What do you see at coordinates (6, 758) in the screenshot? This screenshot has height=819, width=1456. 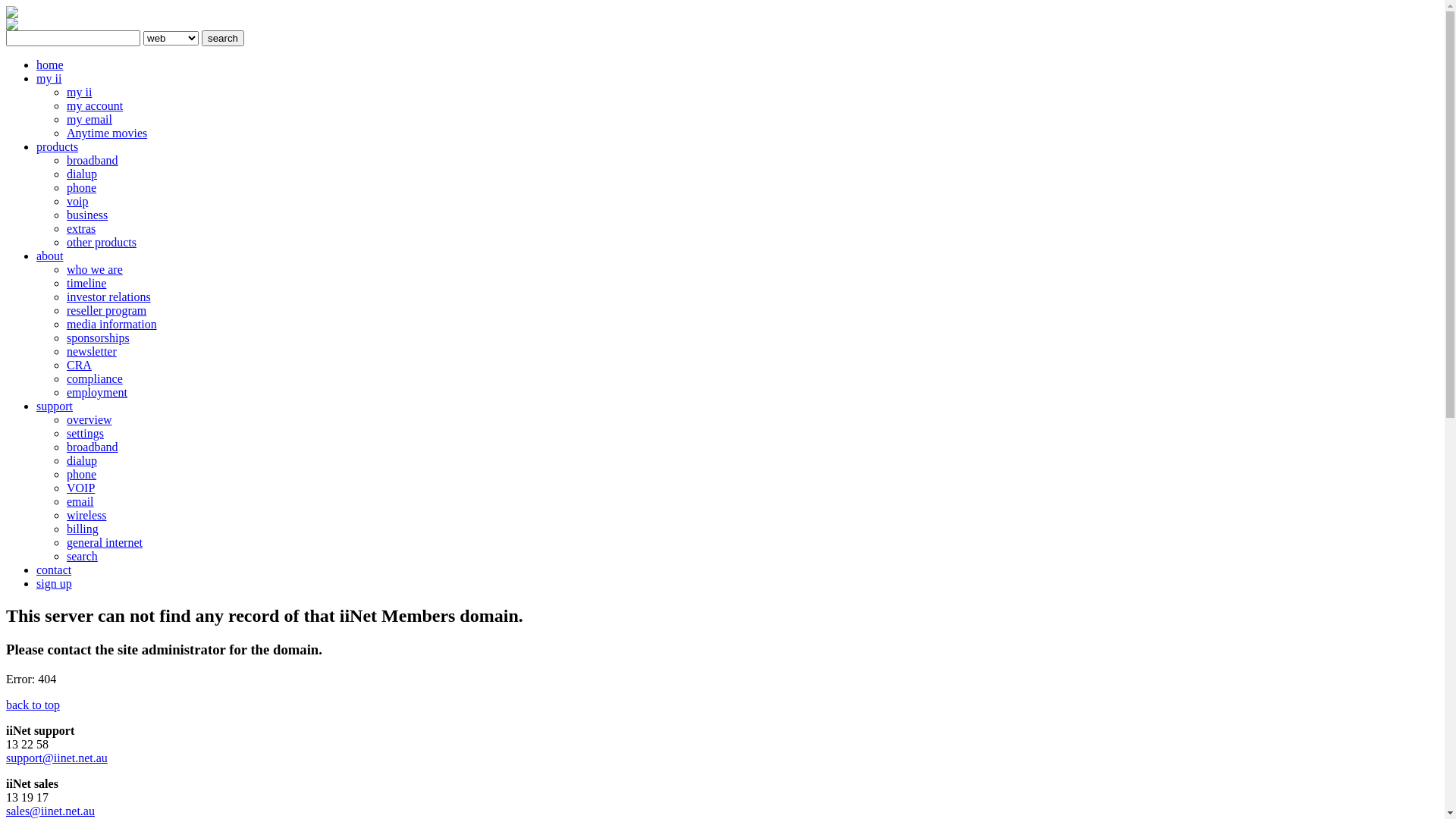 I see `'support@iinet.net.au'` at bounding box center [6, 758].